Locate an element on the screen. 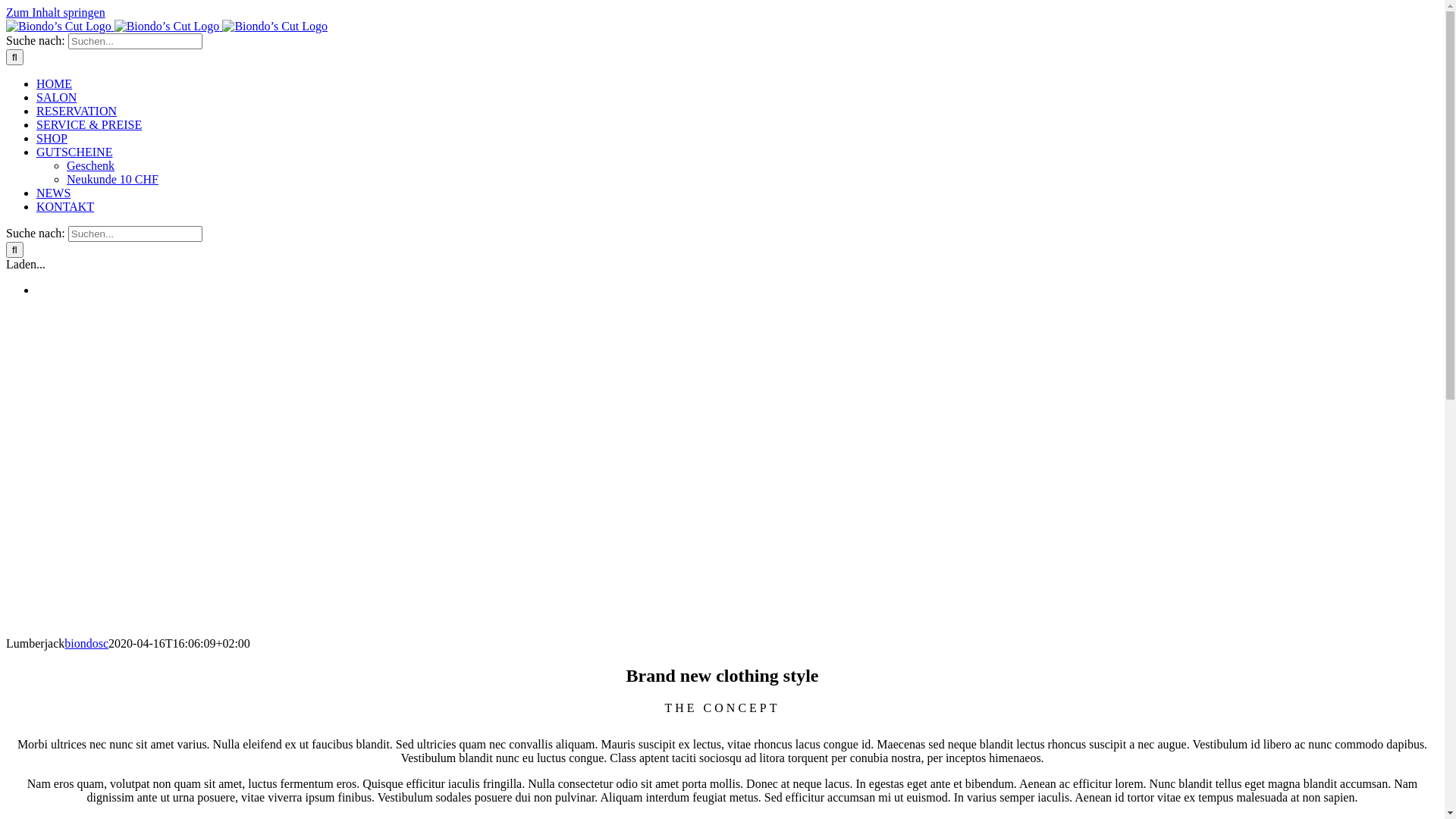 Image resolution: width=1456 pixels, height=819 pixels. 'Geschenk' is located at coordinates (89, 165).